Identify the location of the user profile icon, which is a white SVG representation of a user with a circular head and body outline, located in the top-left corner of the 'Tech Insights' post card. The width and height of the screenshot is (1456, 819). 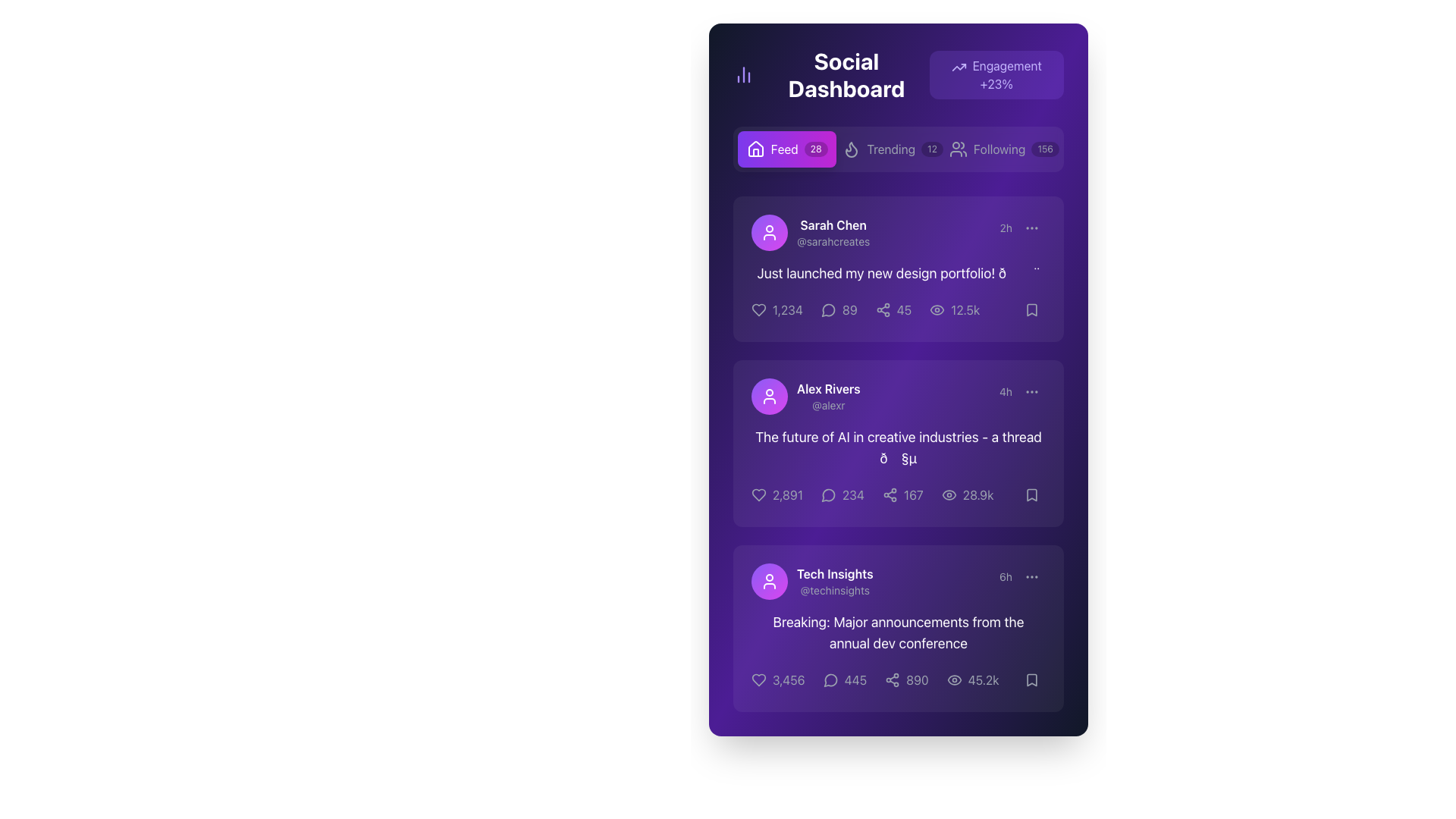
(769, 581).